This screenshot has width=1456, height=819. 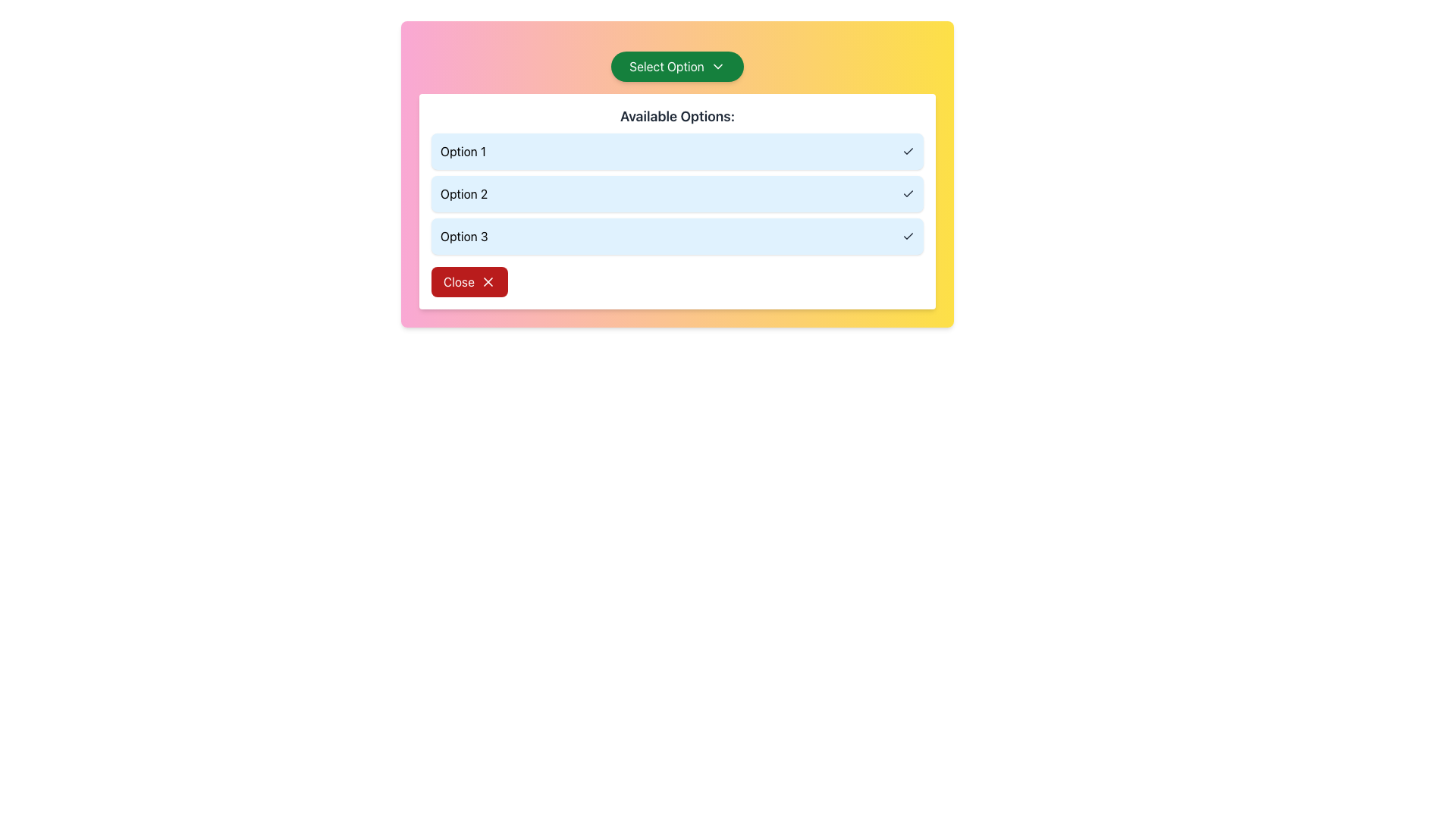 I want to click on the close icon within the 'Close' button located at the bottom left of the modal dialog box, so click(x=488, y=281).